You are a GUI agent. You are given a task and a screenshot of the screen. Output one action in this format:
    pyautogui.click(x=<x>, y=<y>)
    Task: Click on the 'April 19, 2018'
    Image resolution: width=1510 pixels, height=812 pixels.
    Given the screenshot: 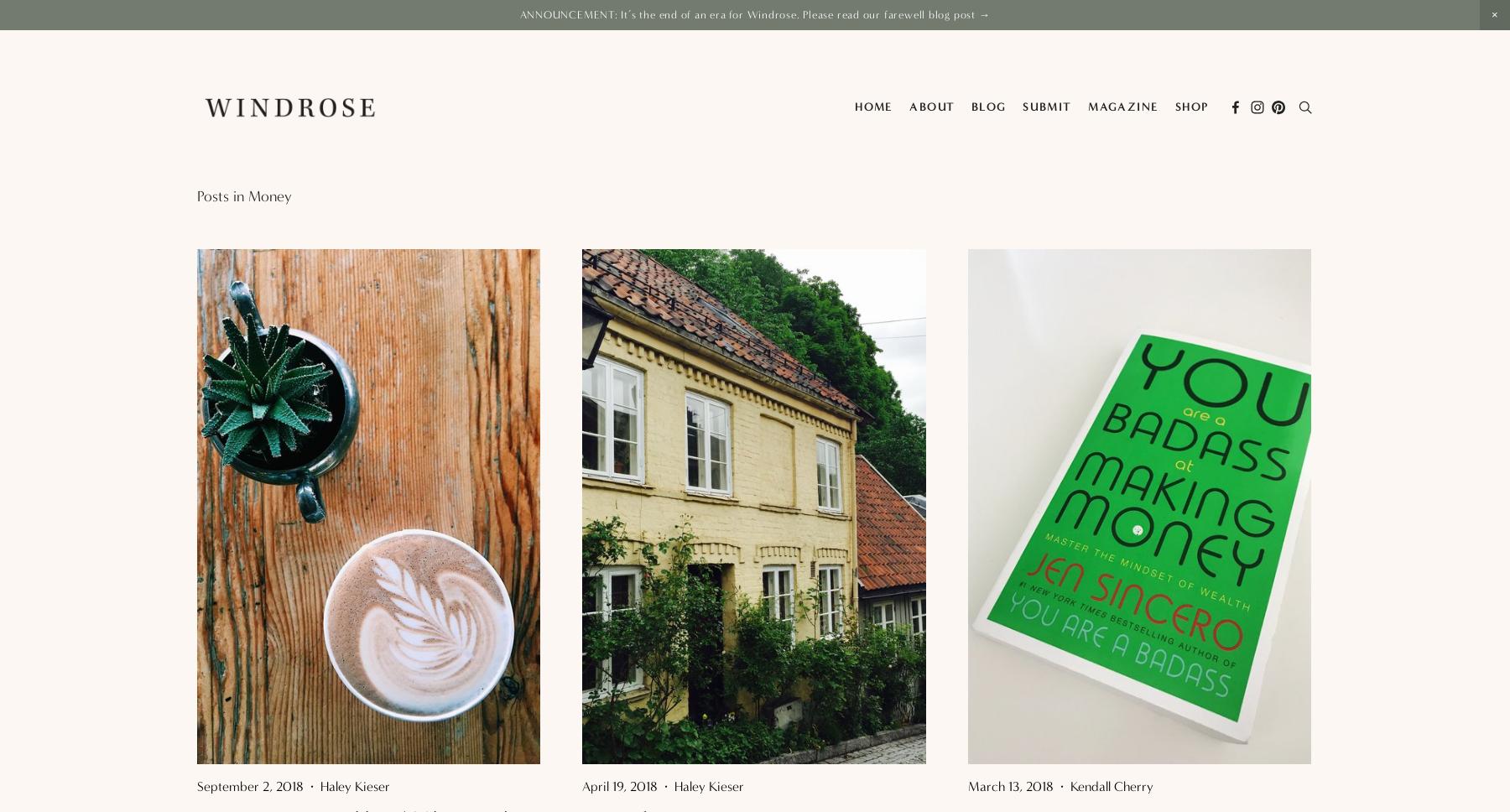 What is the action you would take?
    pyautogui.click(x=619, y=784)
    